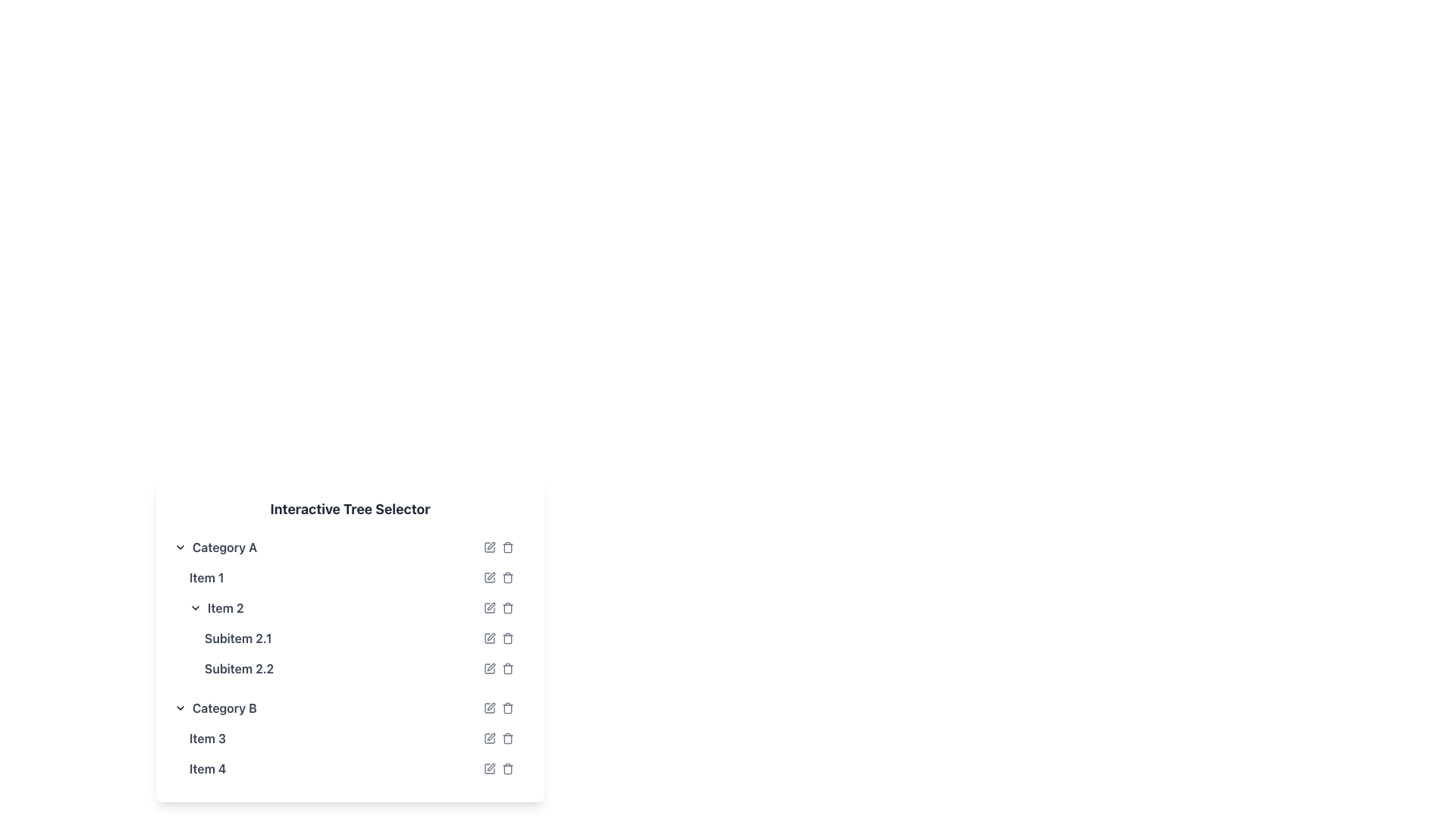  I want to click on the delete icon button located as the second inline item in the small button group to the right of 'Item 2', so click(508, 607).